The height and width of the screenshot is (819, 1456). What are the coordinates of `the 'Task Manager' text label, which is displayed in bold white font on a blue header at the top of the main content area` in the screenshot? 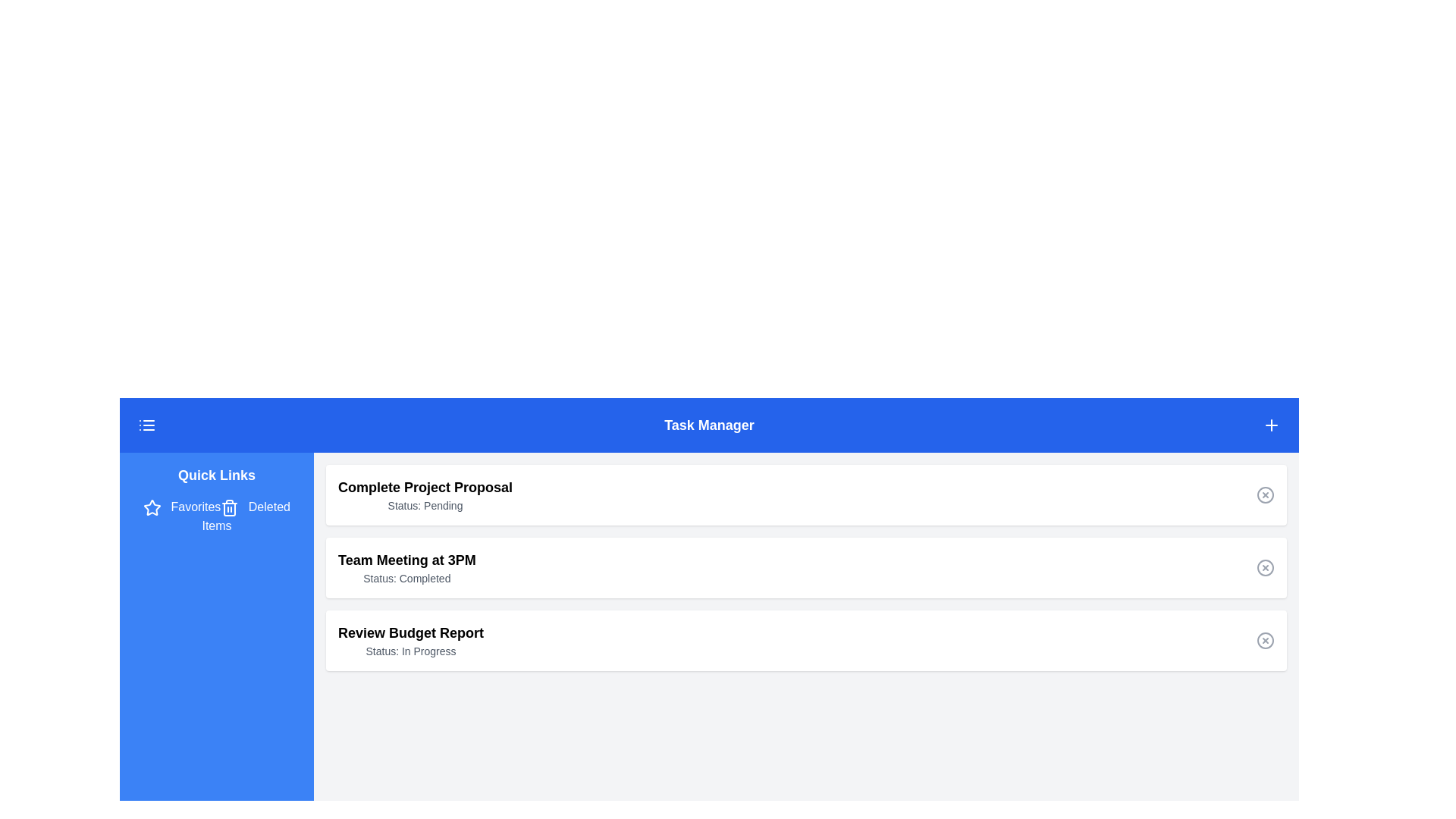 It's located at (708, 425).